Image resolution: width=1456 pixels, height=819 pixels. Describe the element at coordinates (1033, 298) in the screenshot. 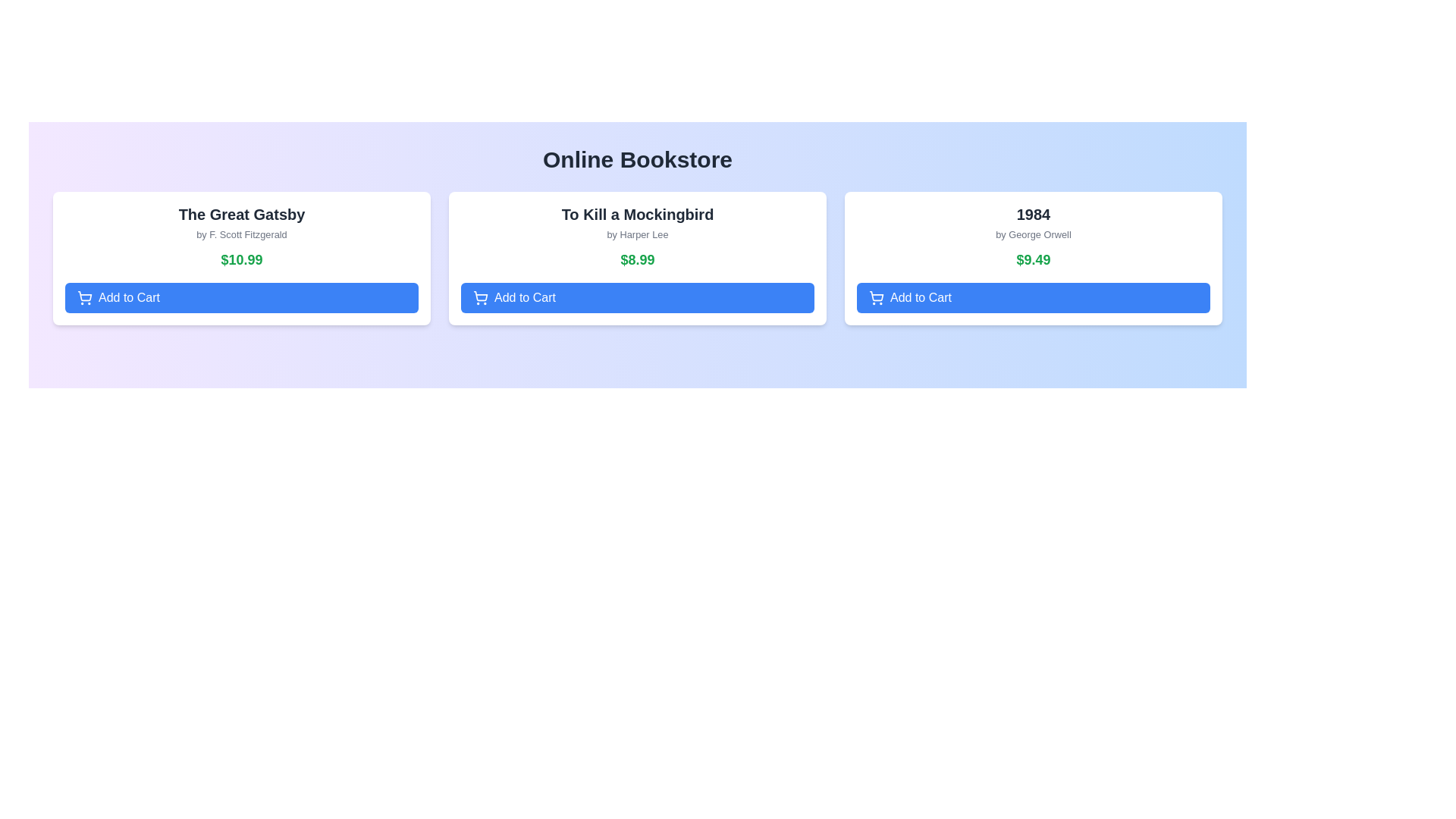

I see `the 'Add to Cart' button located at the bottom-right corner of the card for the book '1984' by George Orwell` at that location.